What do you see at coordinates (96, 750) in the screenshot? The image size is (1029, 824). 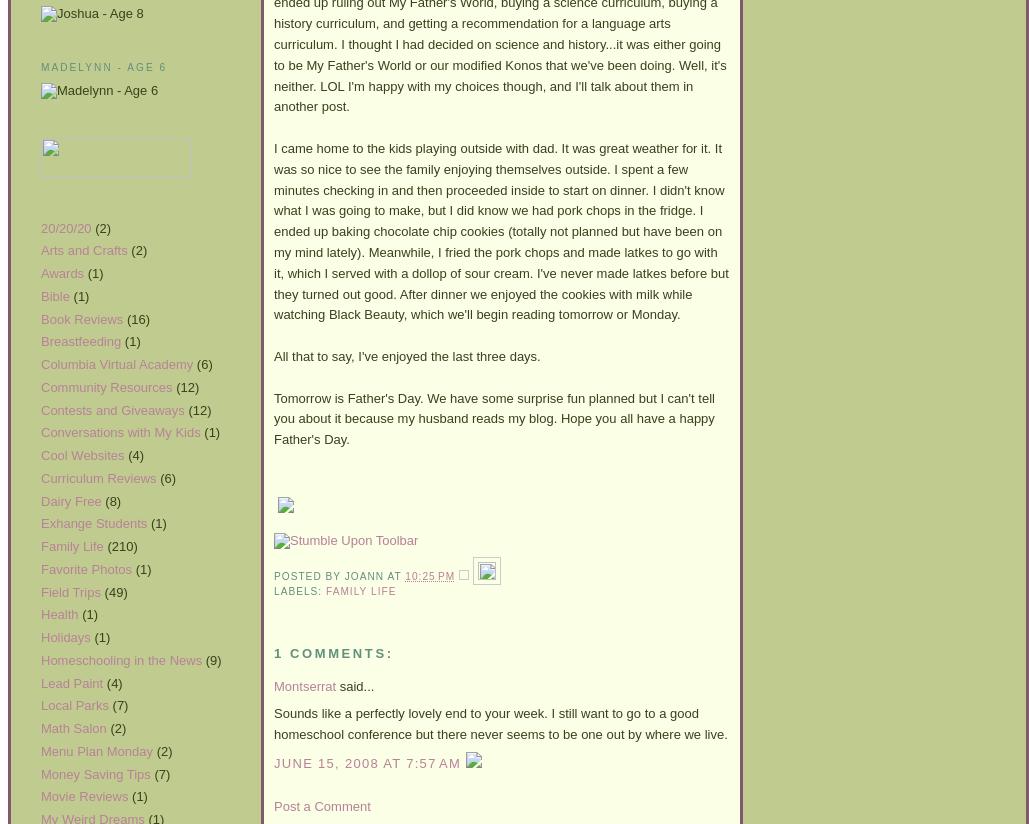 I see `'Menu Plan Monday'` at bounding box center [96, 750].